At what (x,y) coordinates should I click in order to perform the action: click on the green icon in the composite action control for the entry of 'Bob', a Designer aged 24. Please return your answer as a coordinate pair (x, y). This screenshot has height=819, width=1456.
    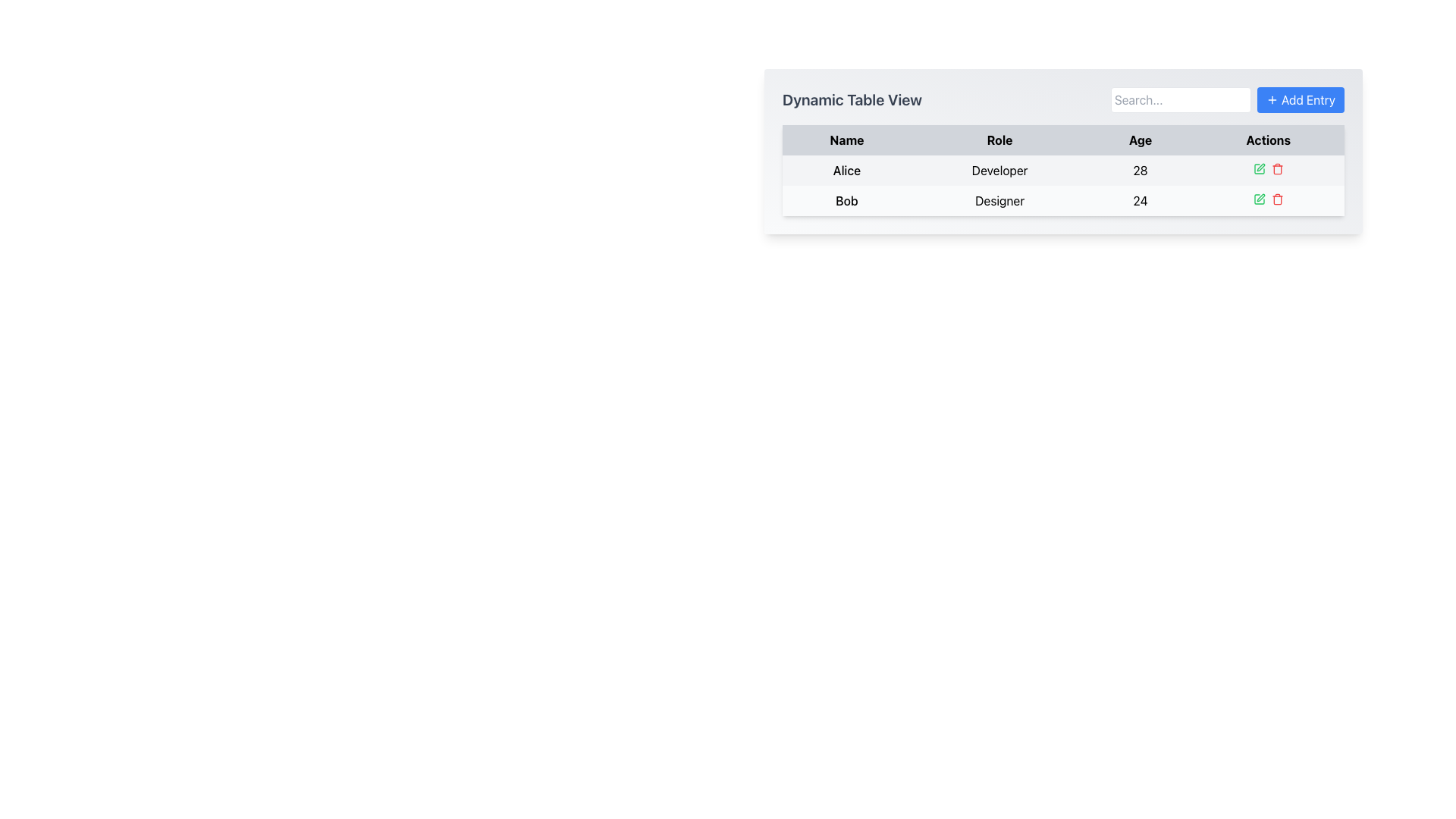
    Looking at the image, I should click on (1268, 200).